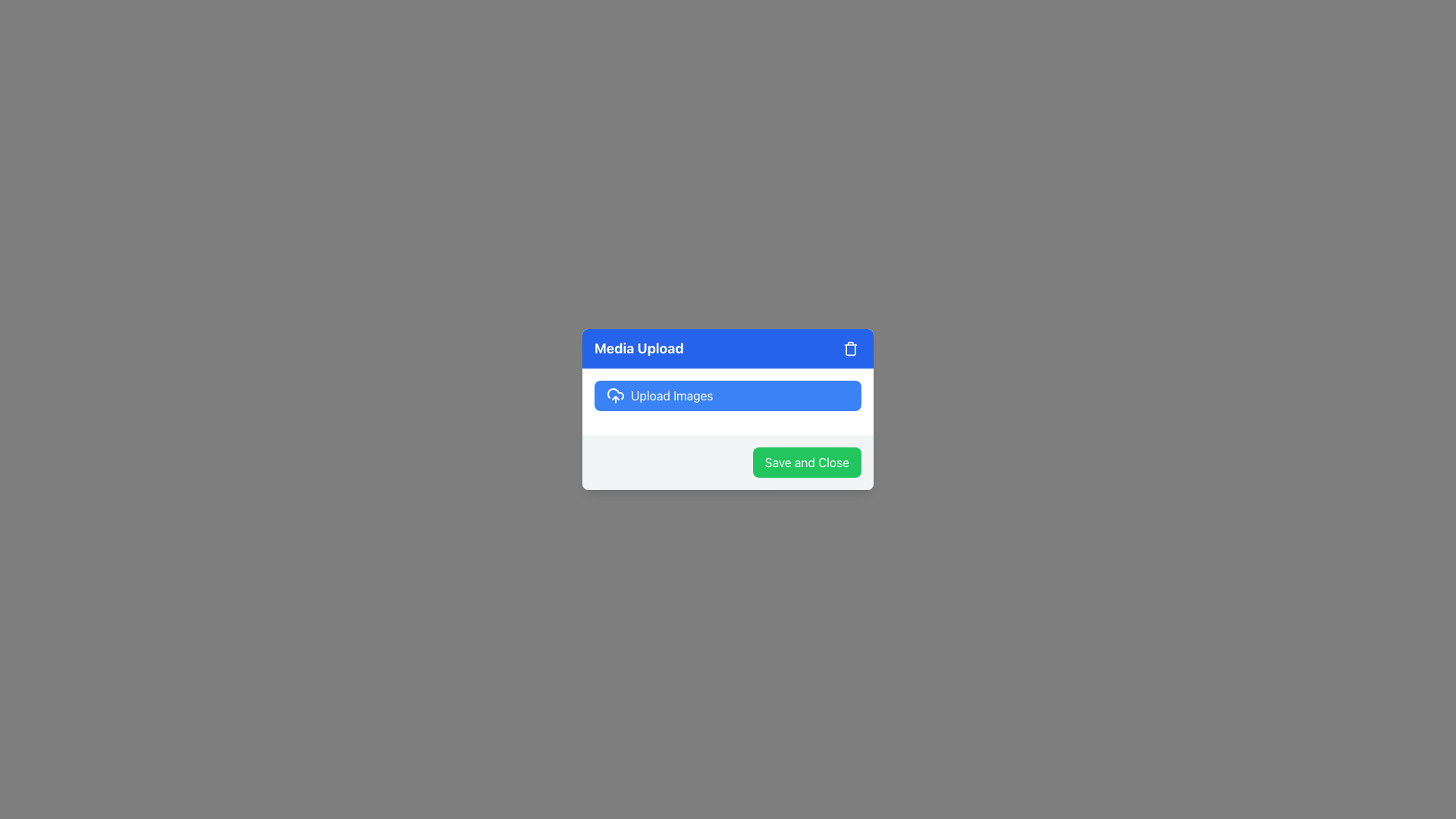  Describe the element at coordinates (851, 348) in the screenshot. I see `the delete button located in the top-right corner of the 'Media Upload' modal to visualize hover effects` at that location.